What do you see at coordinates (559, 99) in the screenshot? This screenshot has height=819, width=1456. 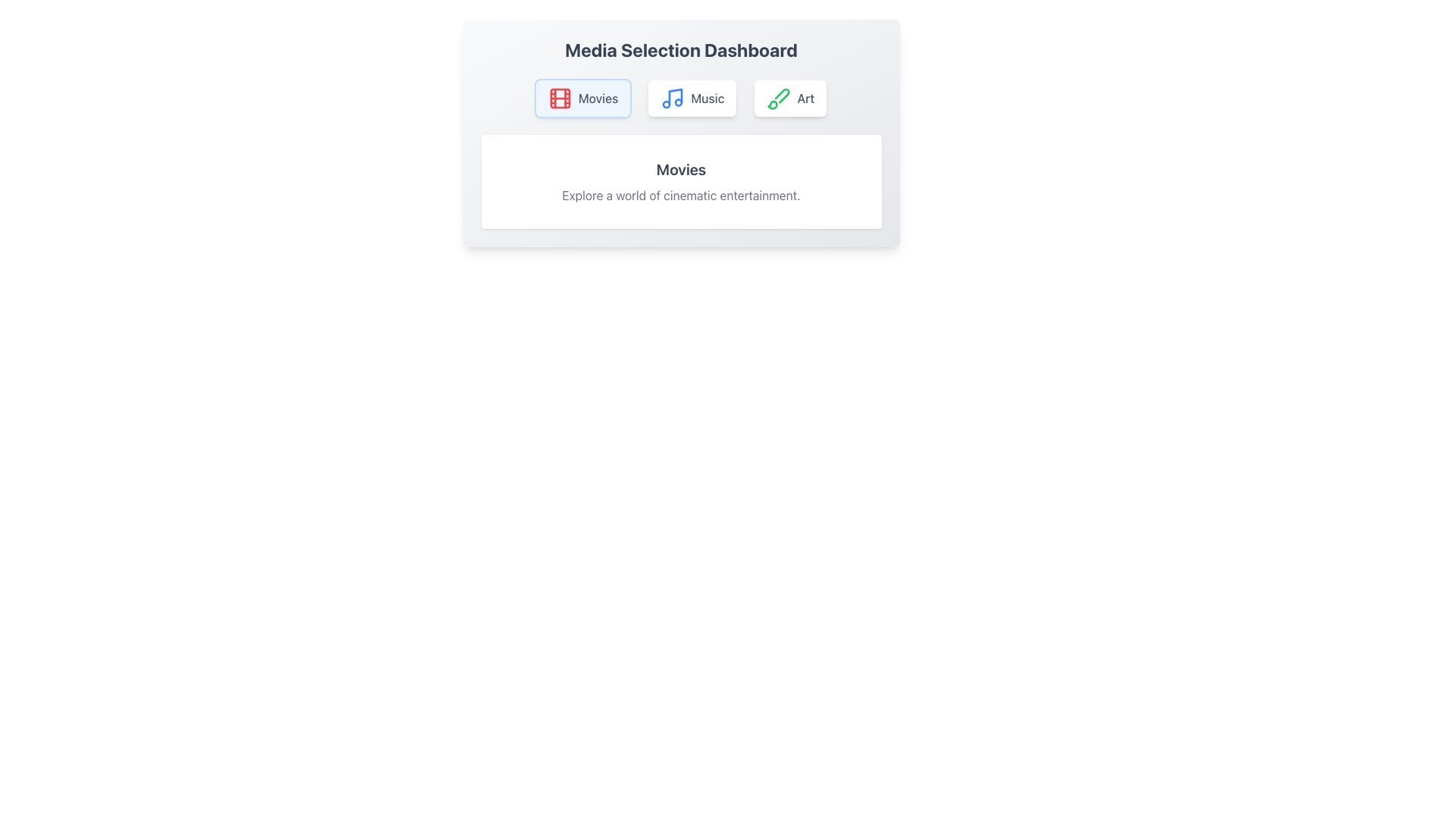 I see `first rectangle of the film reel icon located in the top-left section of the interface` at bounding box center [559, 99].